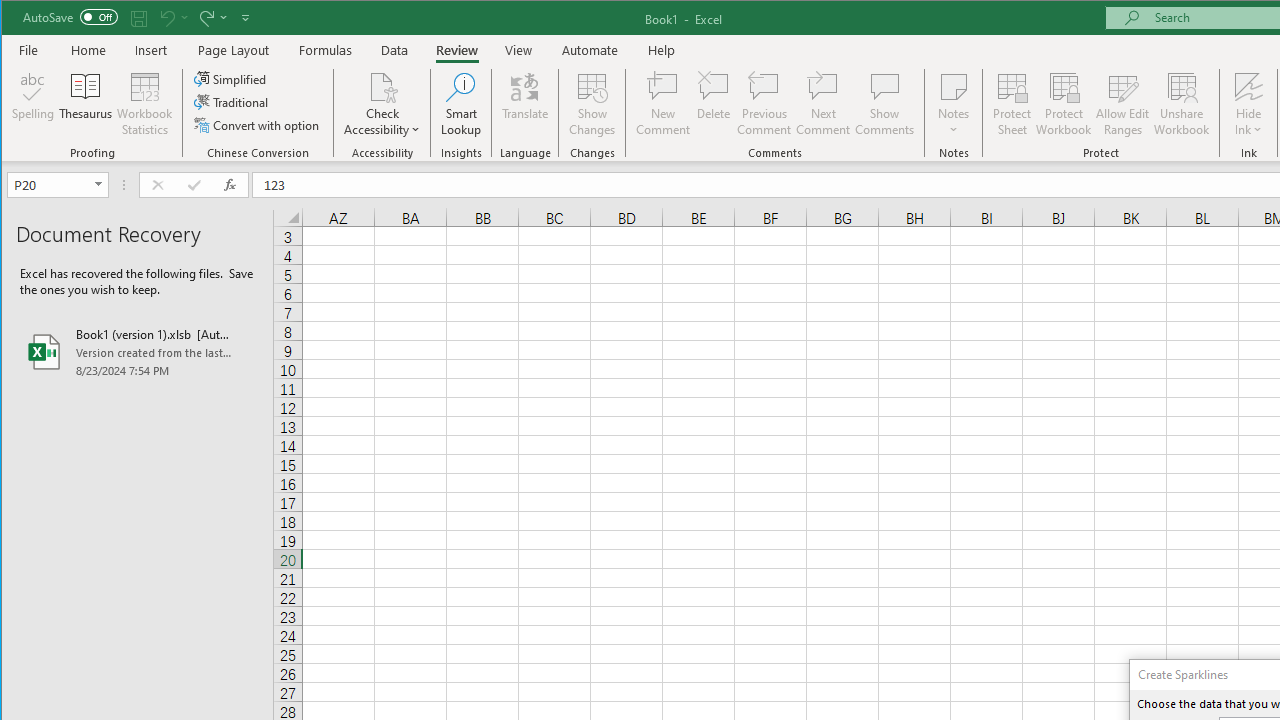 This screenshot has width=1280, height=720. Describe the element at coordinates (525, 104) in the screenshot. I see `'Translate'` at that location.